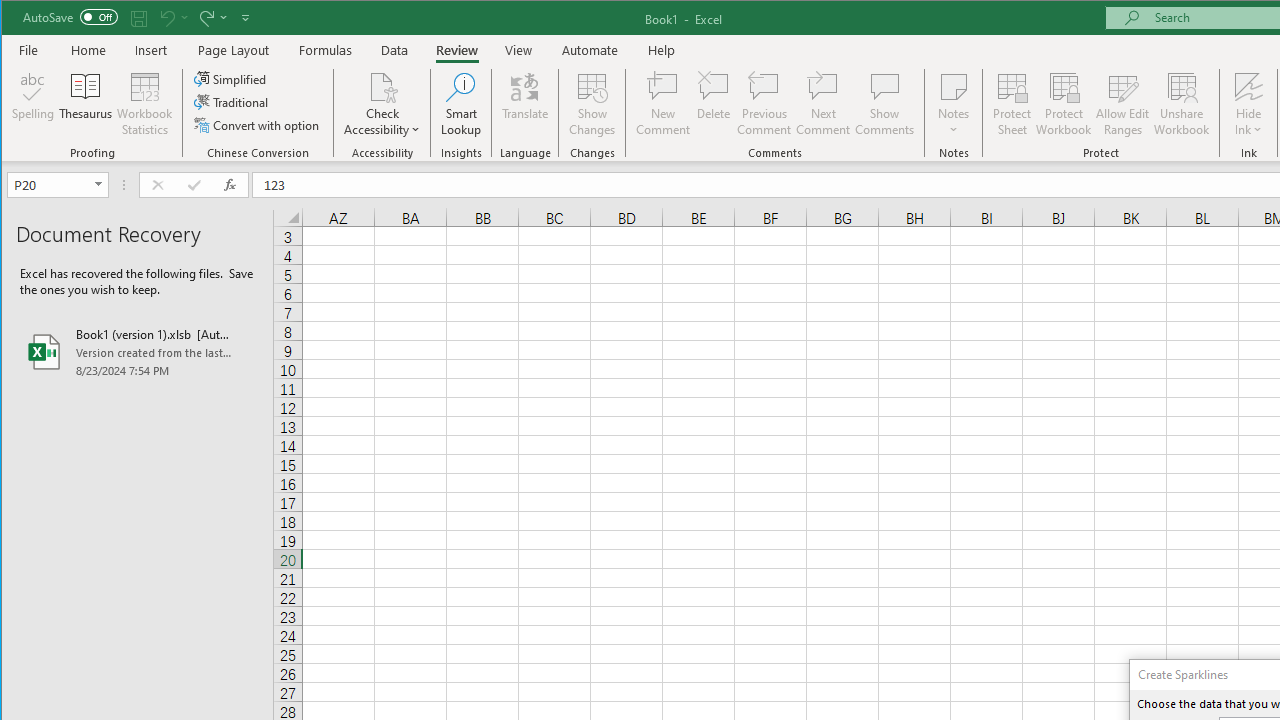 This screenshot has width=1280, height=720. Describe the element at coordinates (525, 104) in the screenshot. I see `'Translate'` at that location.